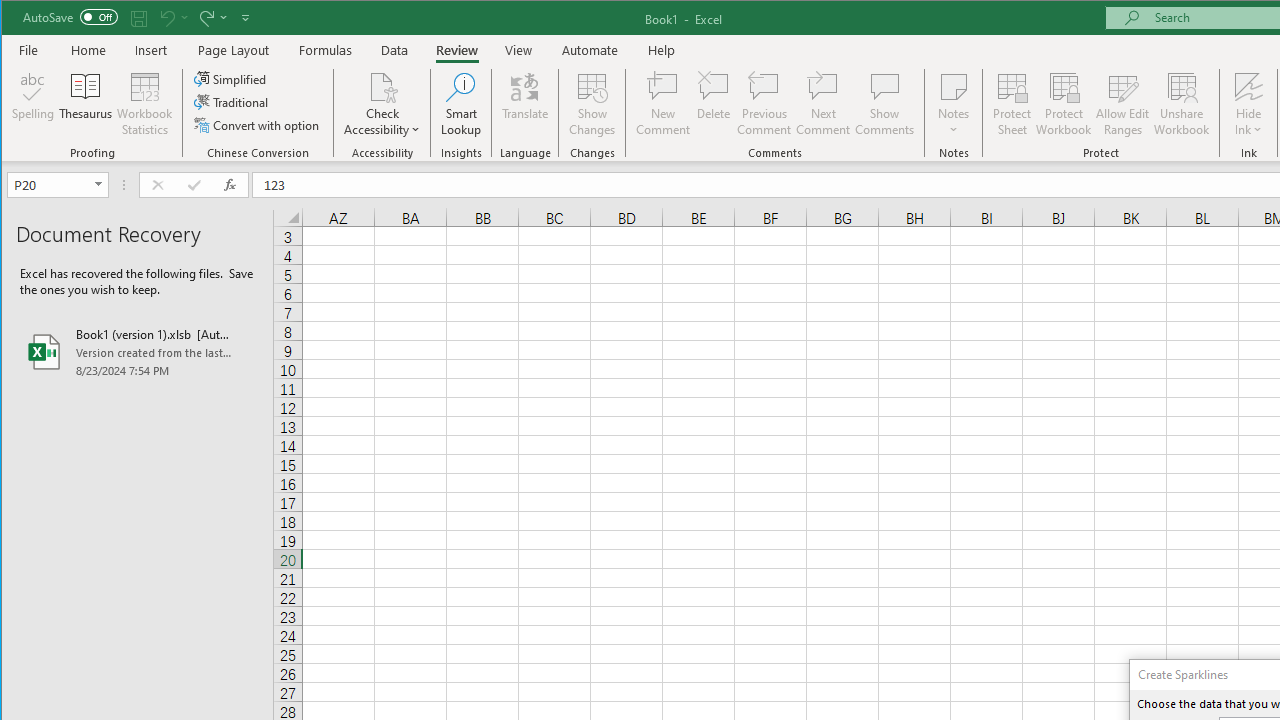 This screenshot has width=1280, height=720. Describe the element at coordinates (525, 104) in the screenshot. I see `'Translate'` at that location.